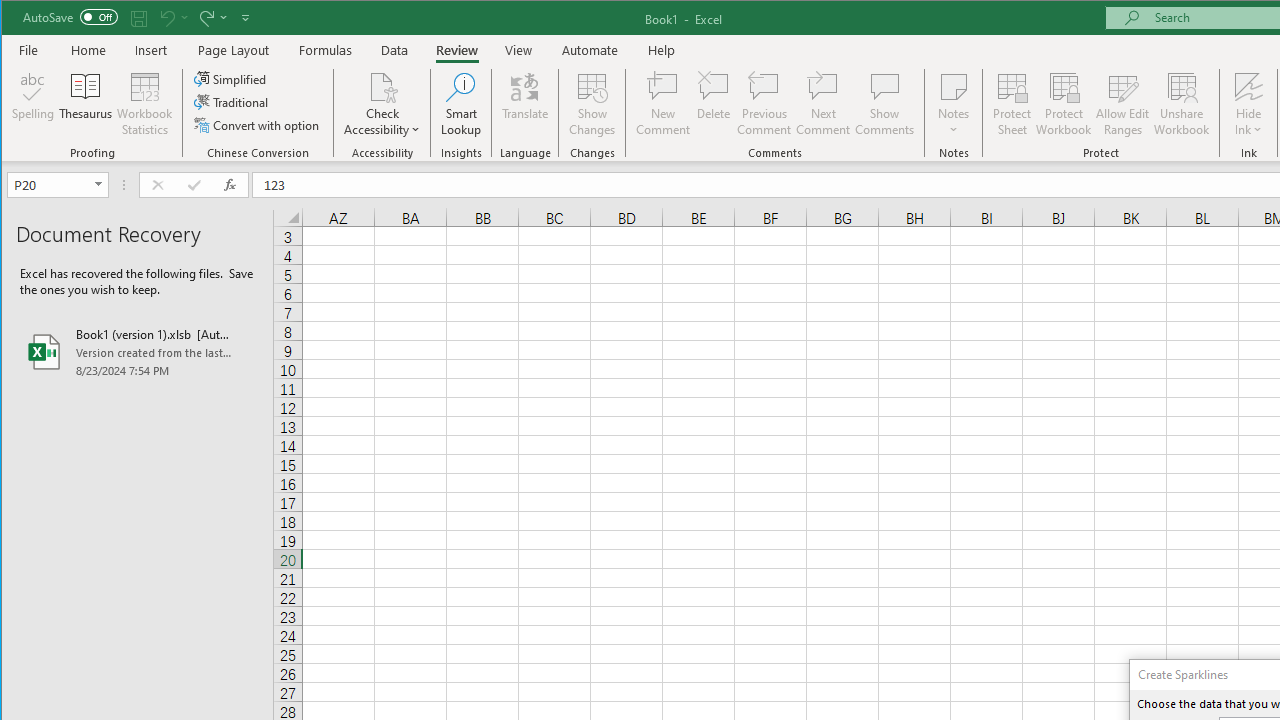 This screenshot has width=1280, height=720. Describe the element at coordinates (525, 104) in the screenshot. I see `'Translate'` at that location.